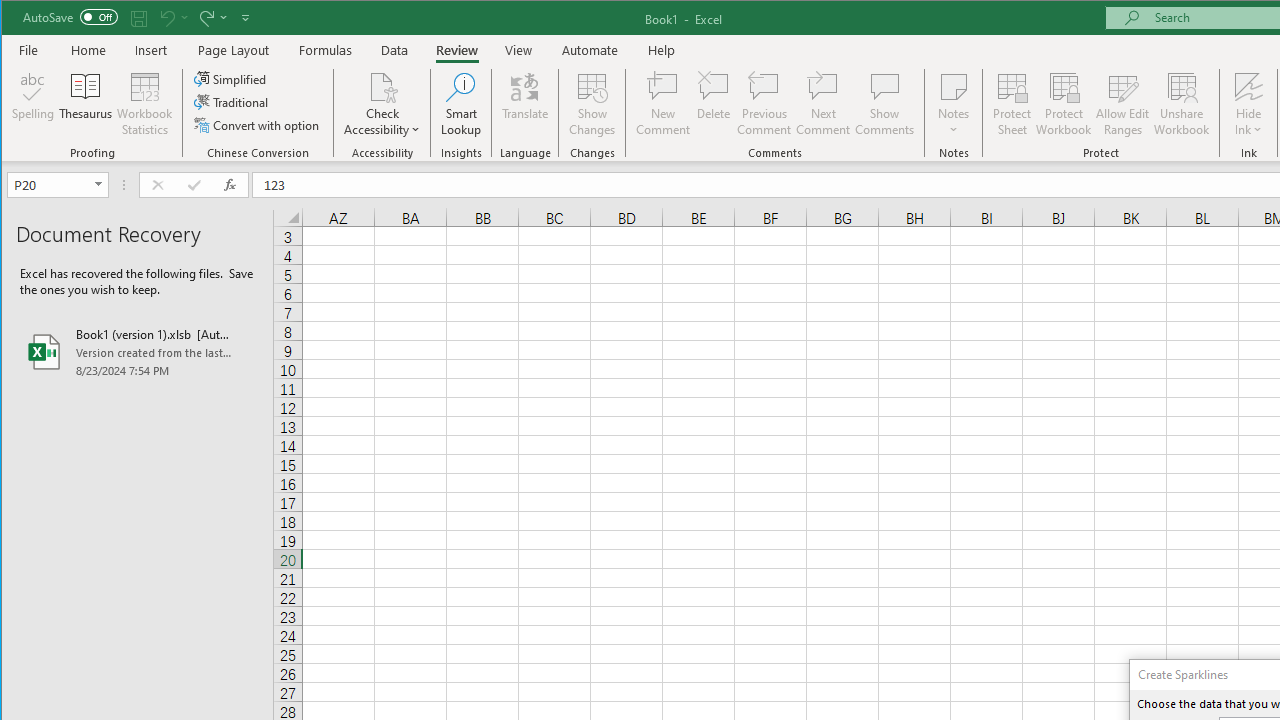 This screenshot has width=1280, height=720. Describe the element at coordinates (525, 104) in the screenshot. I see `'Translate'` at that location.